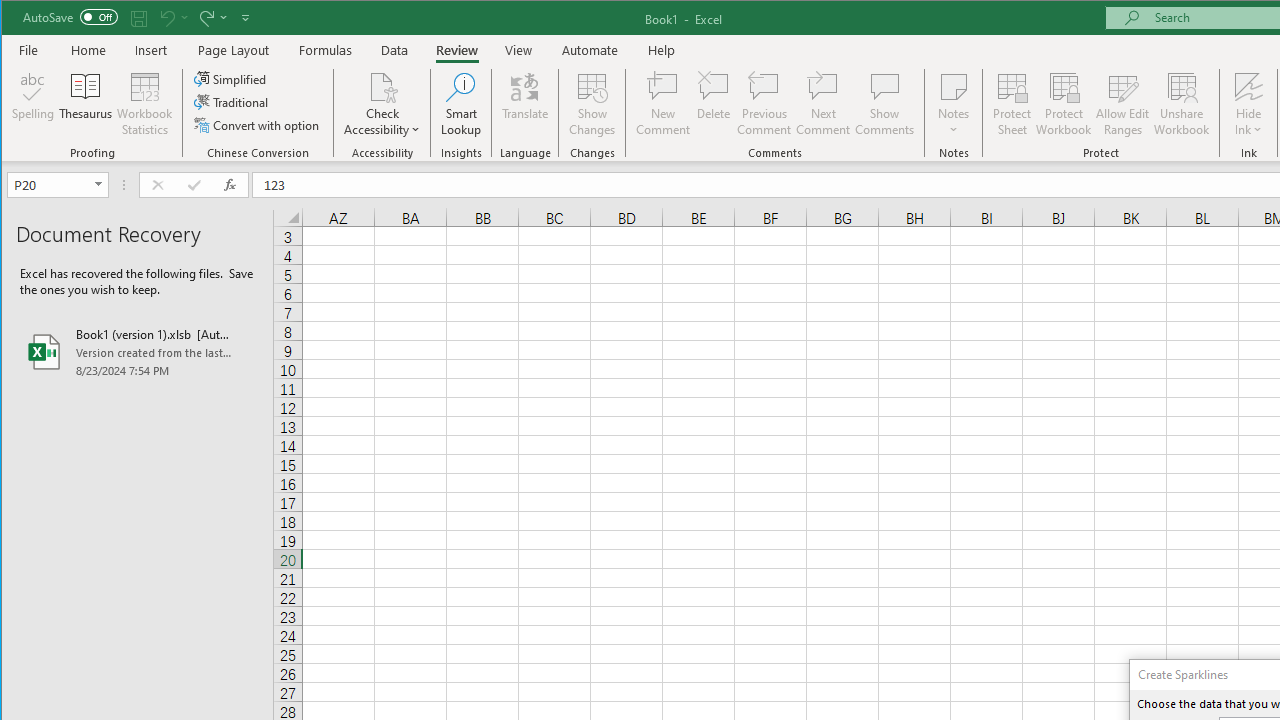 This screenshot has width=1280, height=720. Describe the element at coordinates (525, 104) in the screenshot. I see `'Translate'` at that location.